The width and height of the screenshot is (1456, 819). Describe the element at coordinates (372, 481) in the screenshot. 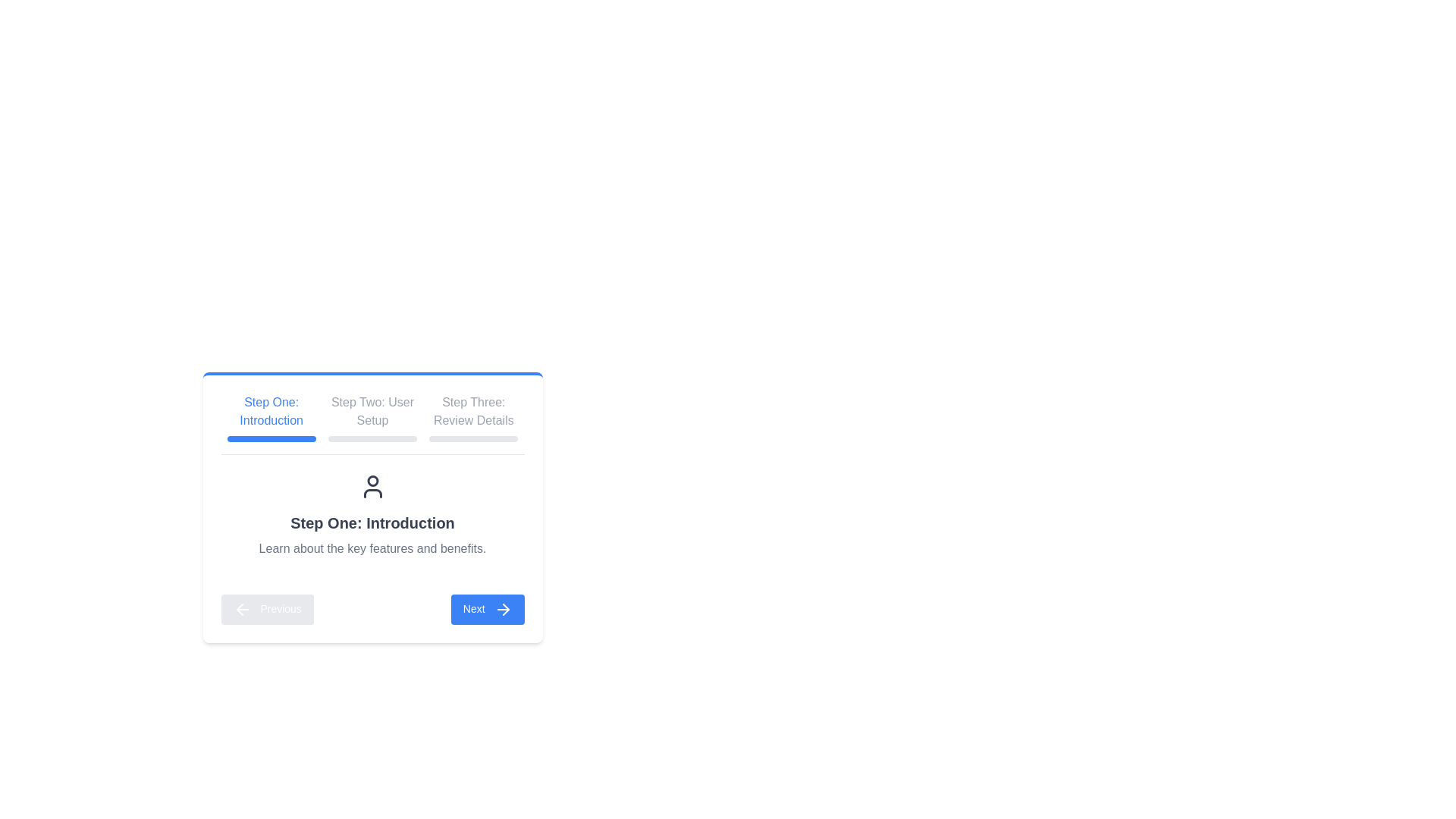

I see `the SVG Circle representing the user's head in the avatar icon, which is centered below the tab navigation bar` at that location.